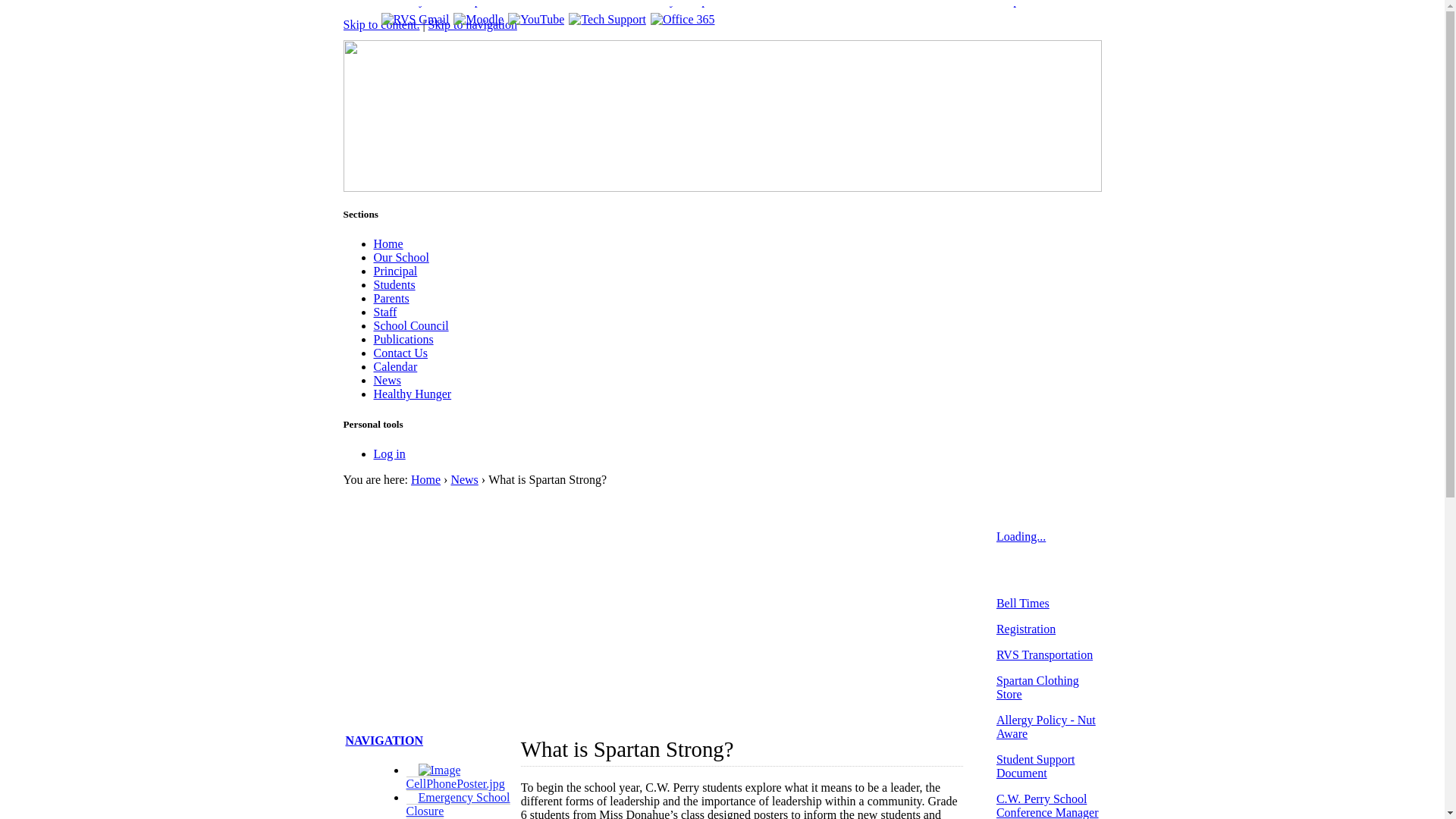 The width and height of the screenshot is (1456, 819). What do you see at coordinates (425, 479) in the screenshot?
I see `'Home'` at bounding box center [425, 479].